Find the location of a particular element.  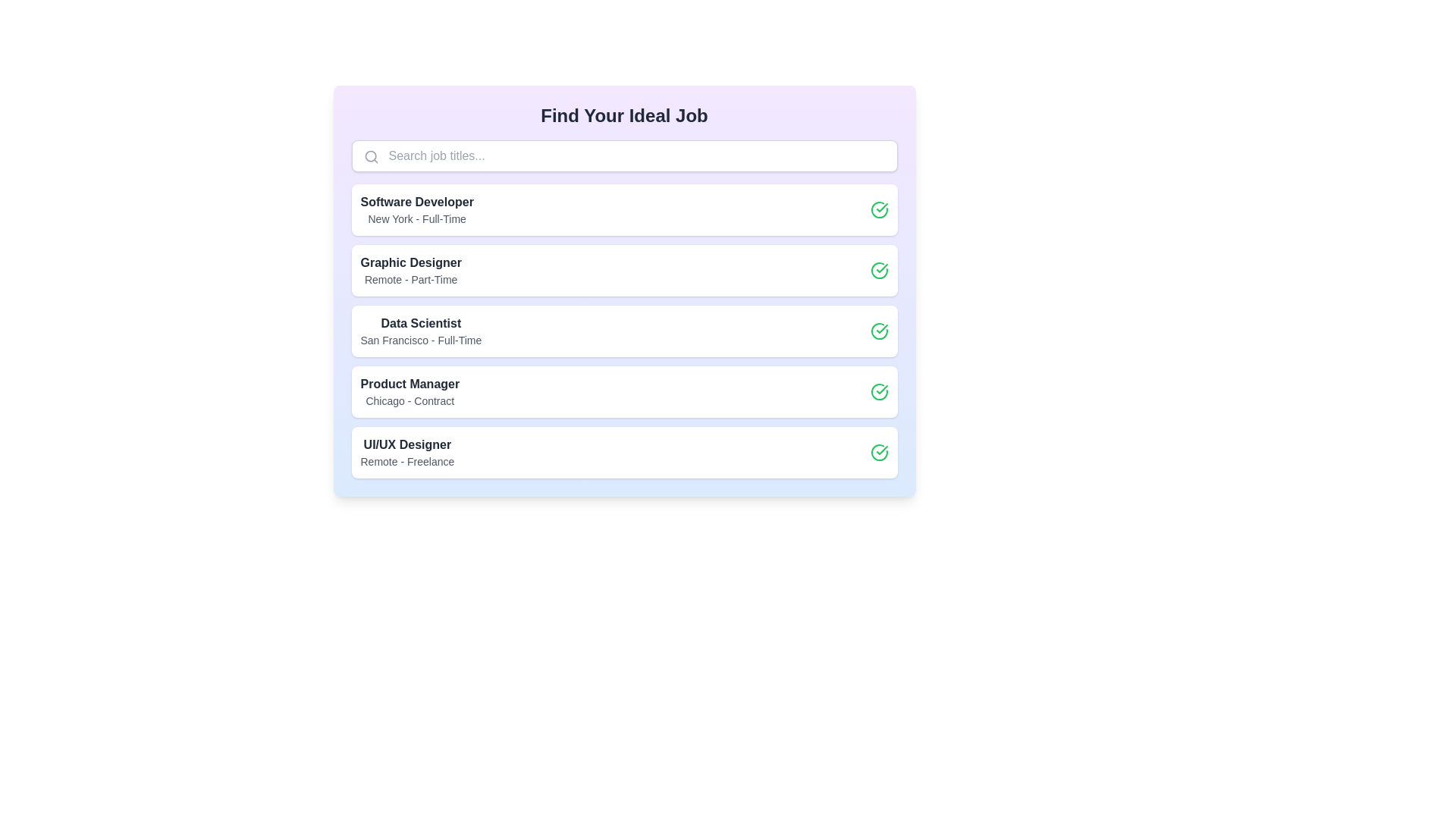

the green circular icon with a checkmark, located at the far right of the list item for 'UI/UX Designer' and 'Remote - Freelance' is located at coordinates (879, 452).